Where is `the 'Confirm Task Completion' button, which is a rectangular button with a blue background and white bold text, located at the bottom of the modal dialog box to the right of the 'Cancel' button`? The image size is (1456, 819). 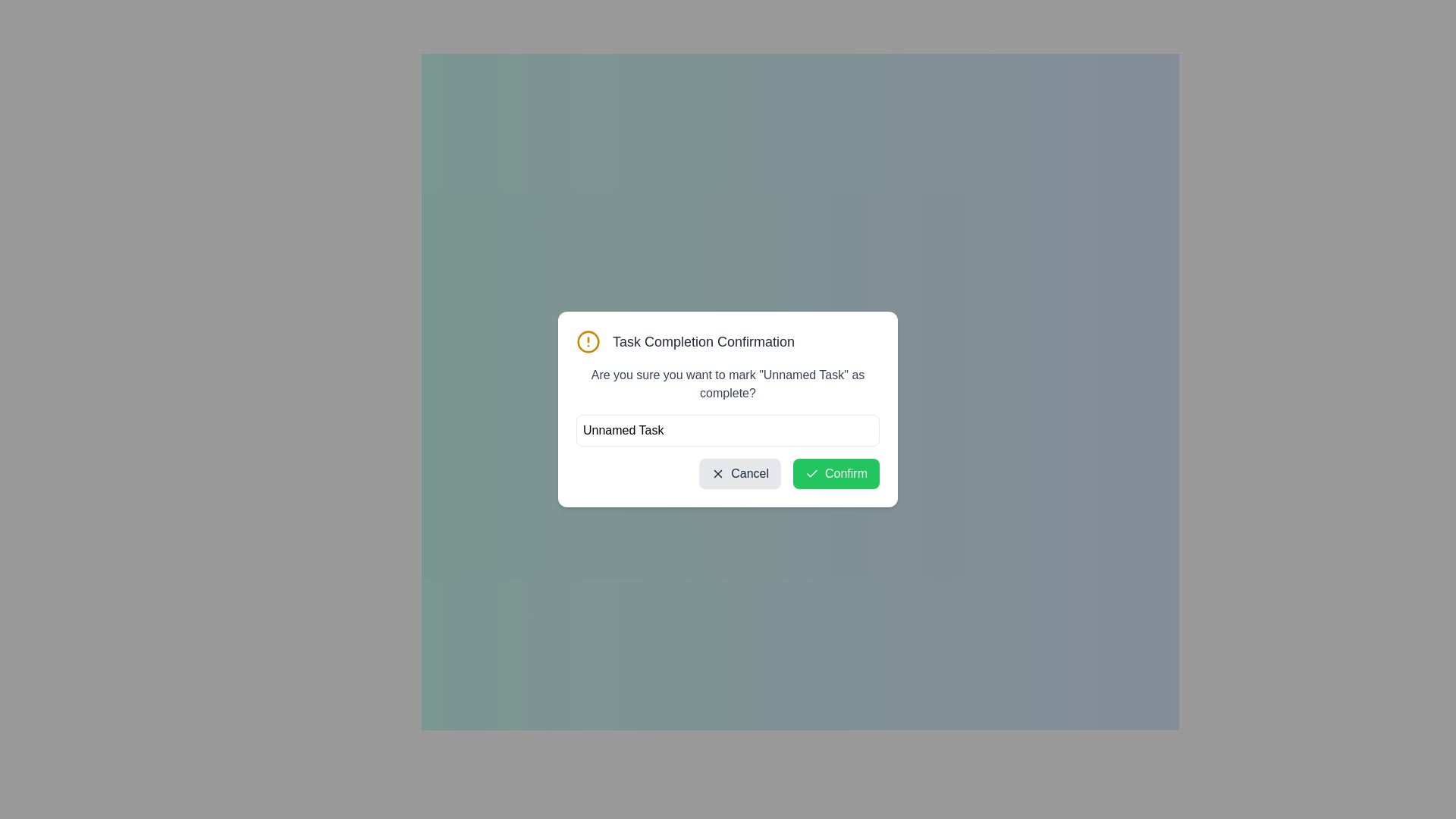 the 'Confirm Task Completion' button, which is a rectangular button with a blue background and white bold text, located at the bottom of the modal dialog box to the right of the 'Cancel' button is located at coordinates (799, 462).